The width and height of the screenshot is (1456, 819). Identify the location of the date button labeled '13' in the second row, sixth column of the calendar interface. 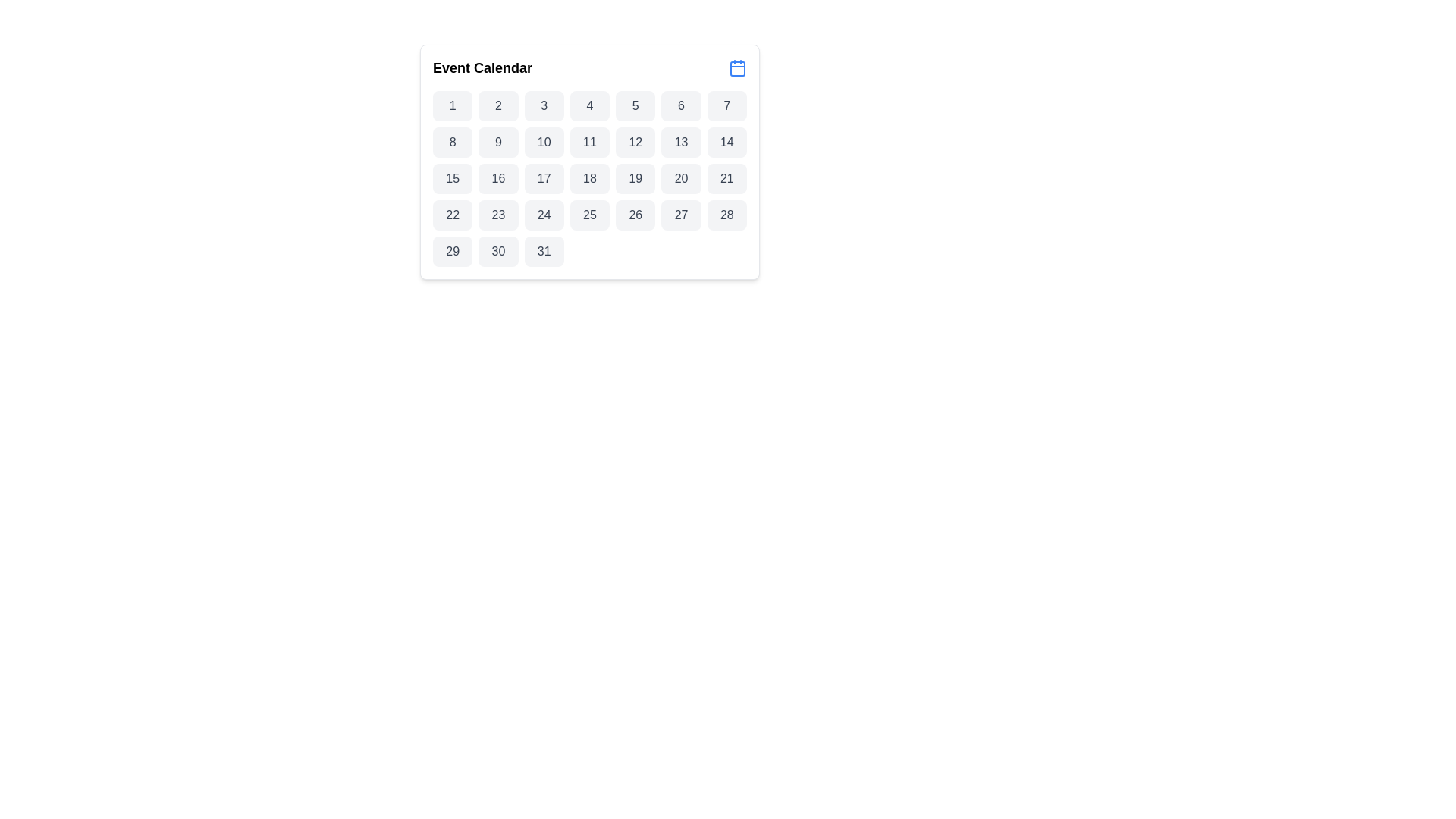
(680, 143).